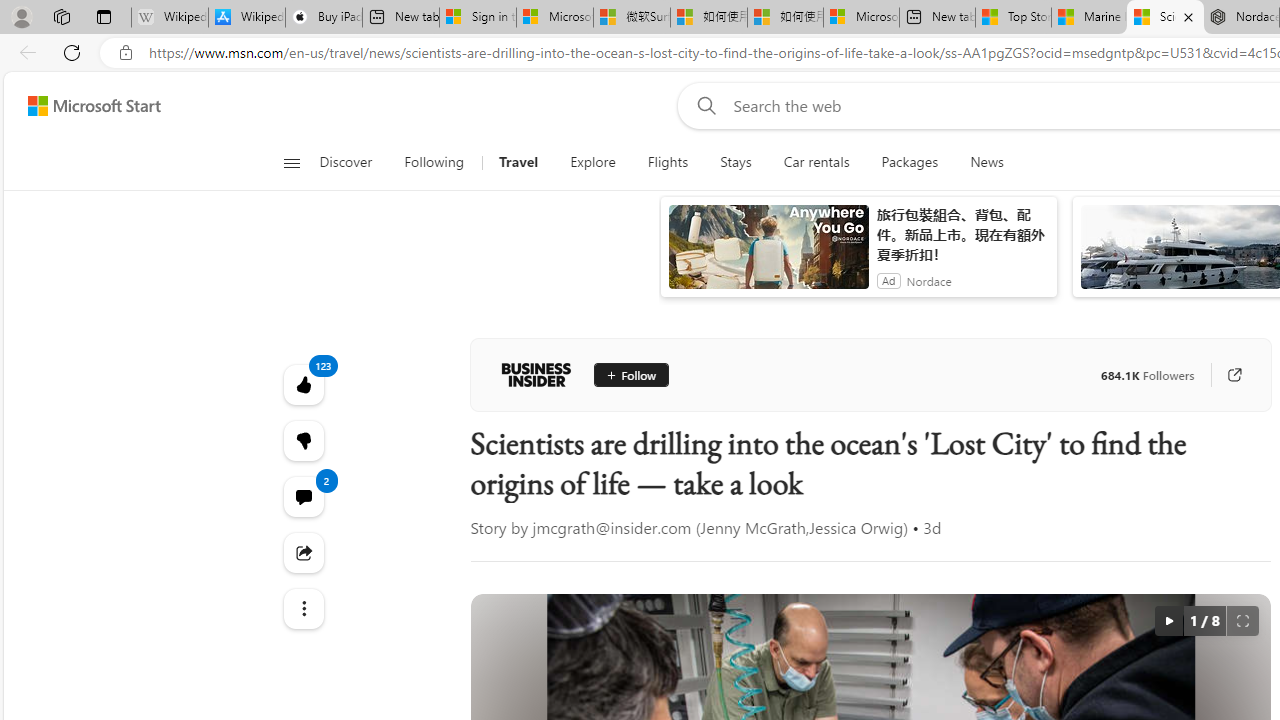  I want to click on 'News', so click(986, 162).